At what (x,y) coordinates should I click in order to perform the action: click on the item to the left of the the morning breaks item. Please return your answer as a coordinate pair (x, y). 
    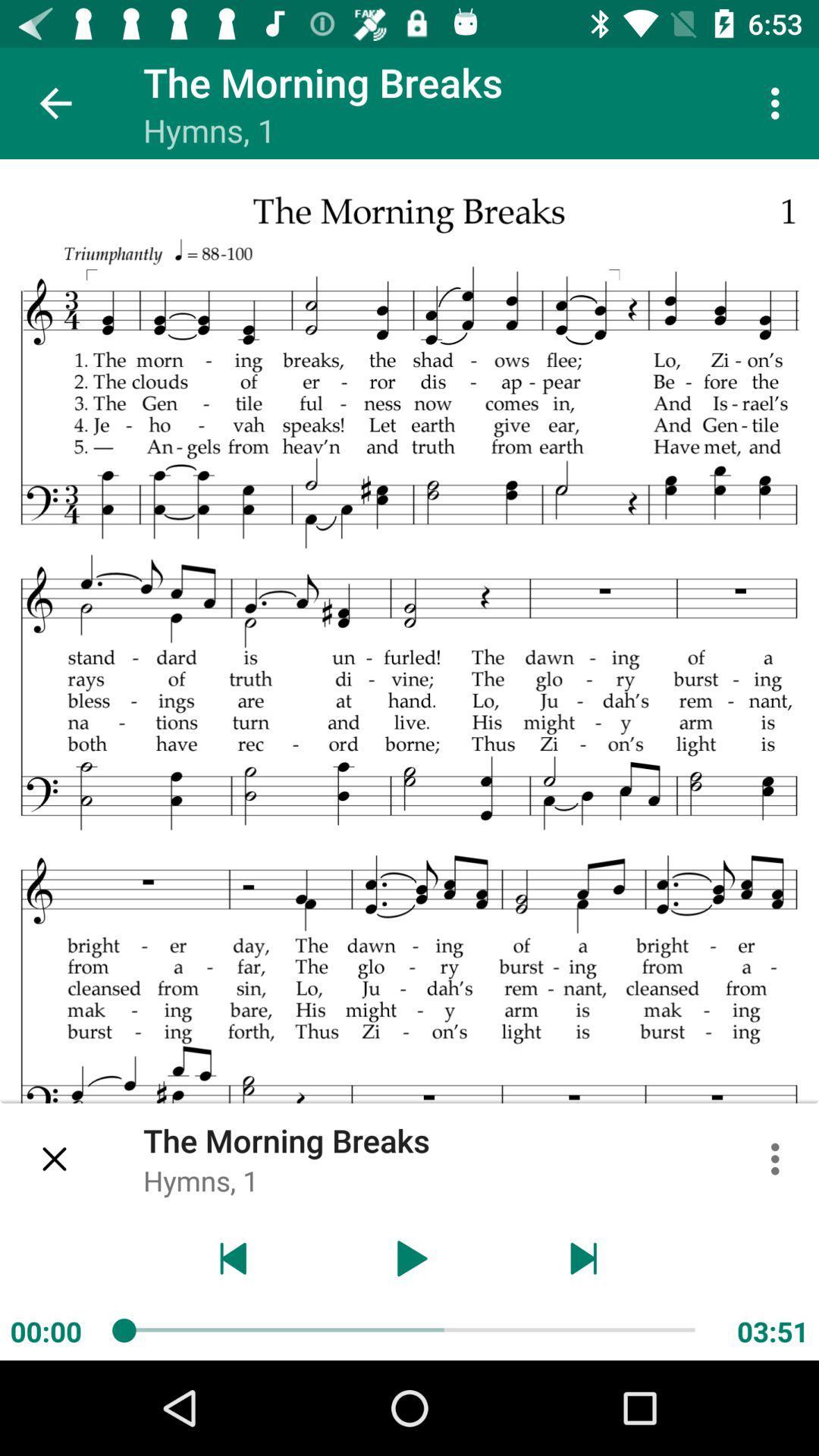
    Looking at the image, I should click on (55, 1158).